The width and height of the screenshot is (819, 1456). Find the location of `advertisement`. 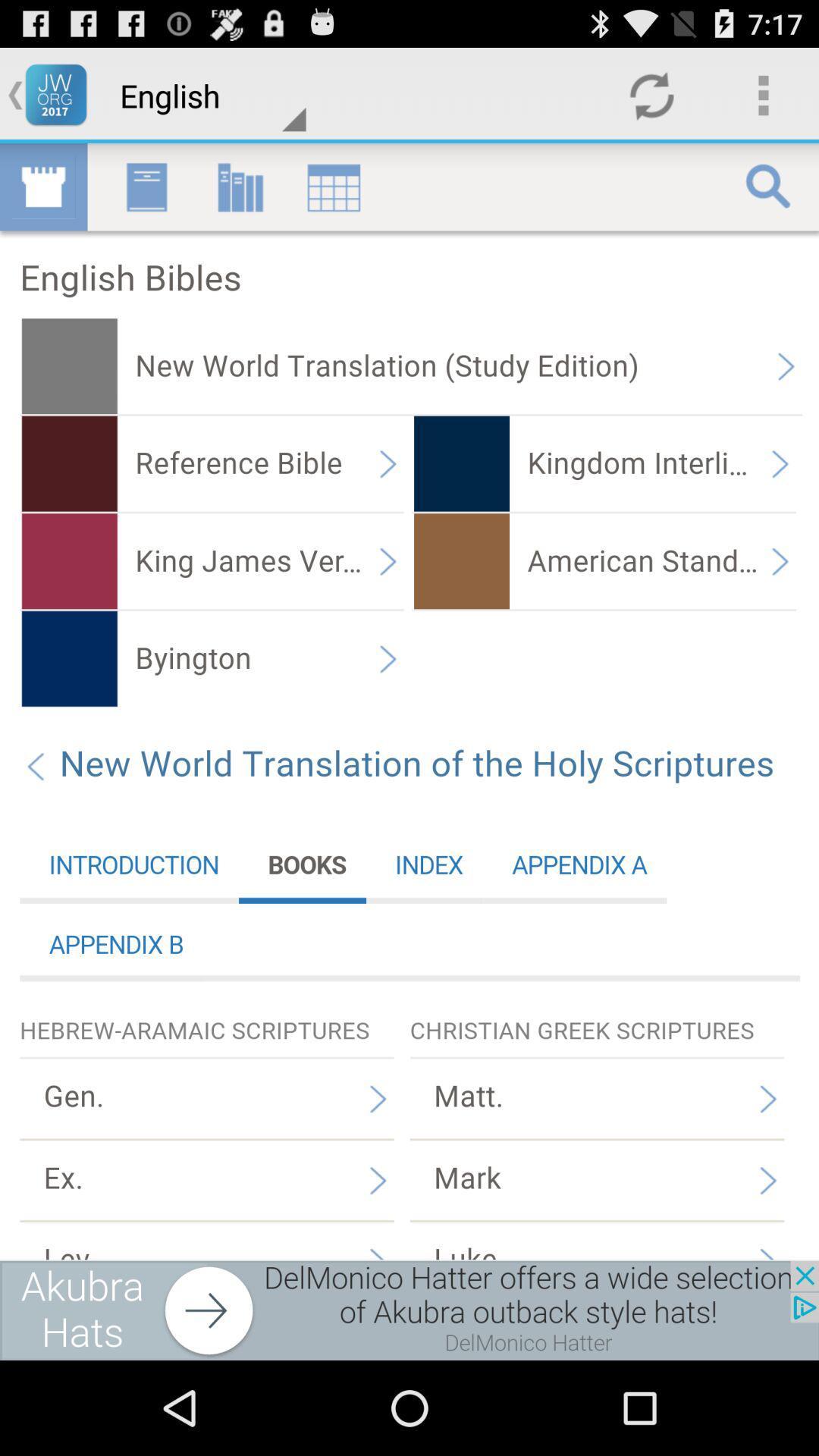

advertisement is located at coordinates (409, 1310).